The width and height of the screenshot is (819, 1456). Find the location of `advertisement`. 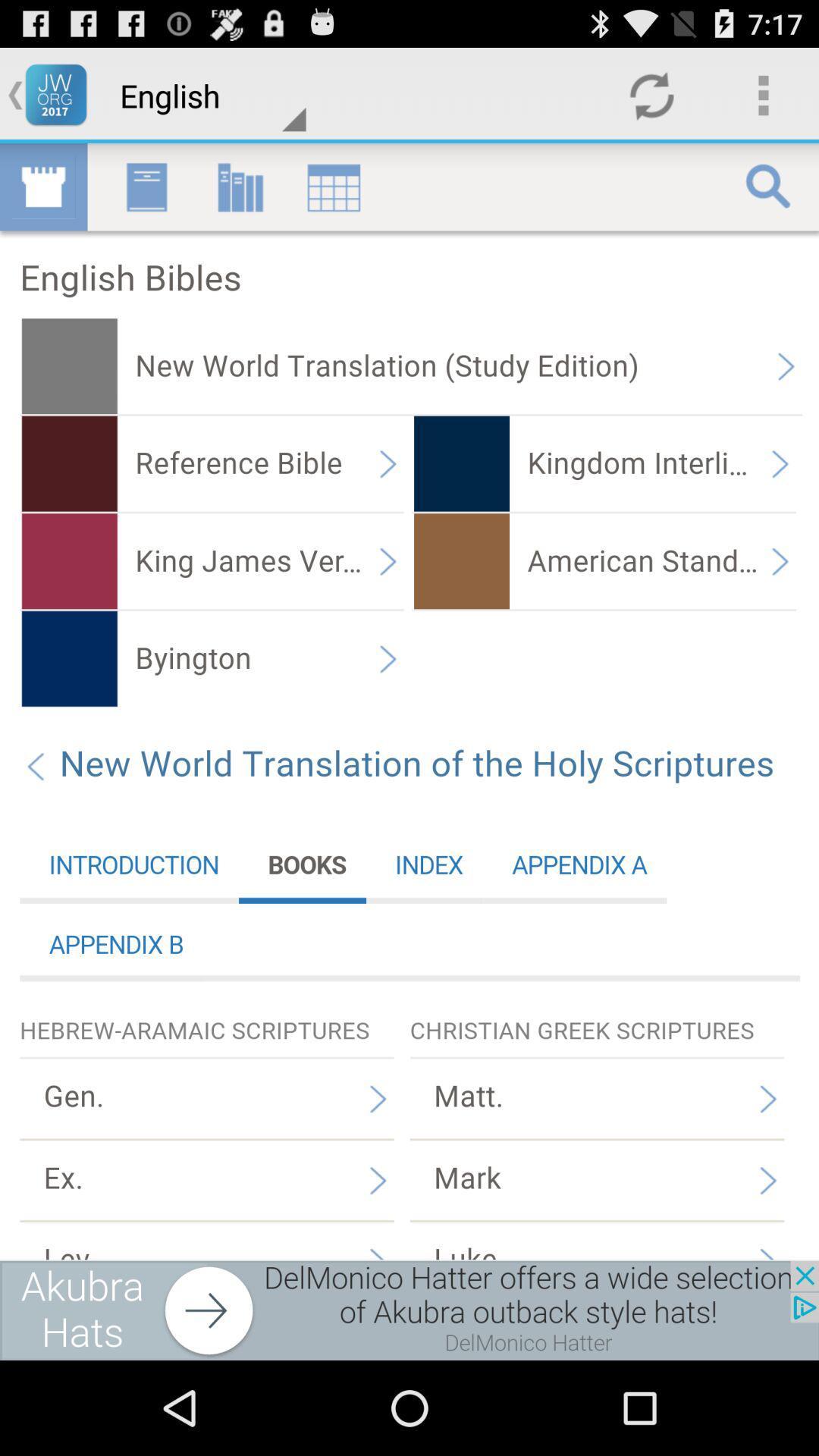

advertisement is located at coordinates (409, 1310).